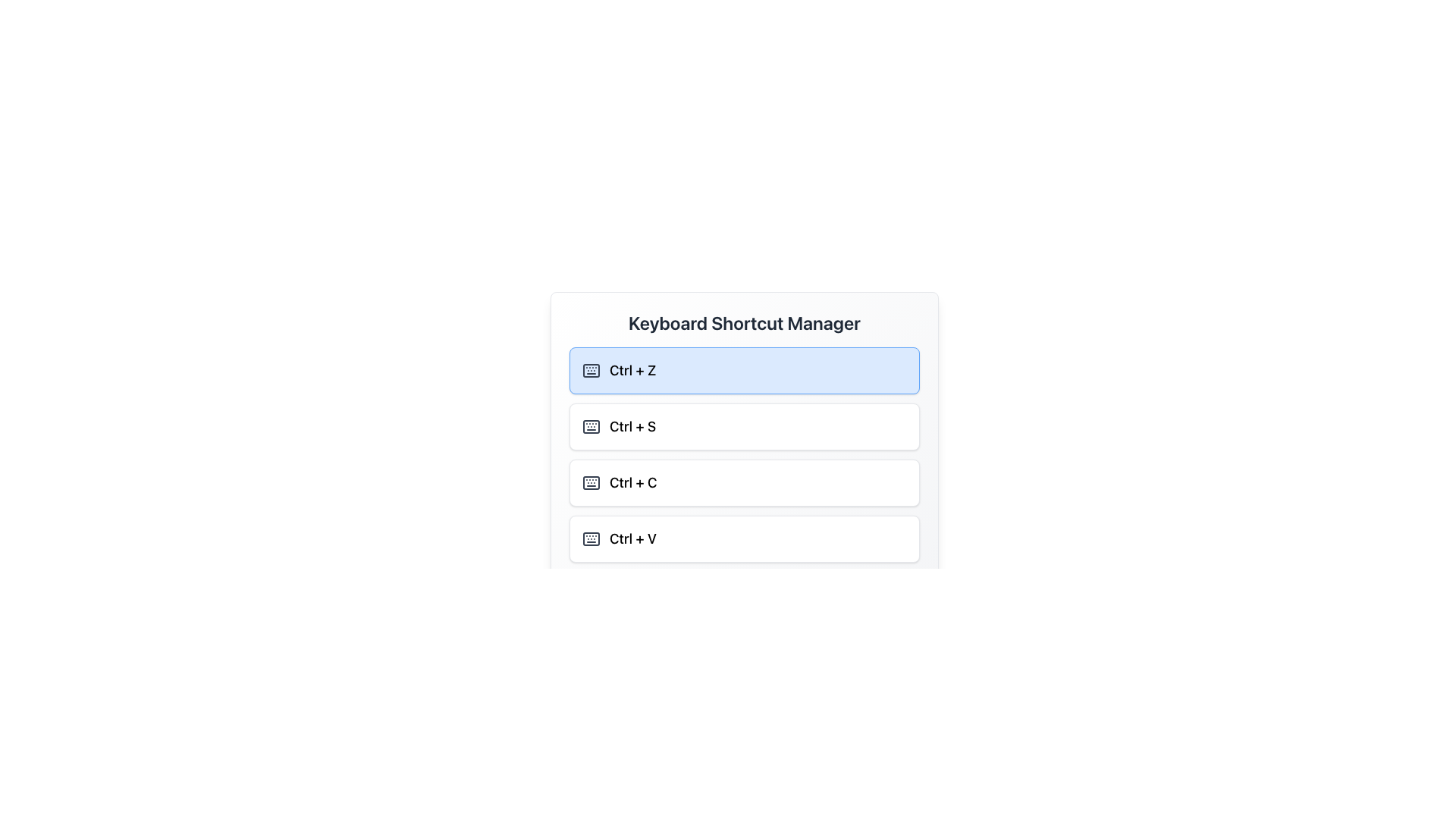 The image size is (1456, 819). I want to click on the text label indicating the keyboard shortcut 'Ctrl + V' located in the 'Keyboard Shortcut Manager' section, below 'Ctrl + C', so click(633, 538).